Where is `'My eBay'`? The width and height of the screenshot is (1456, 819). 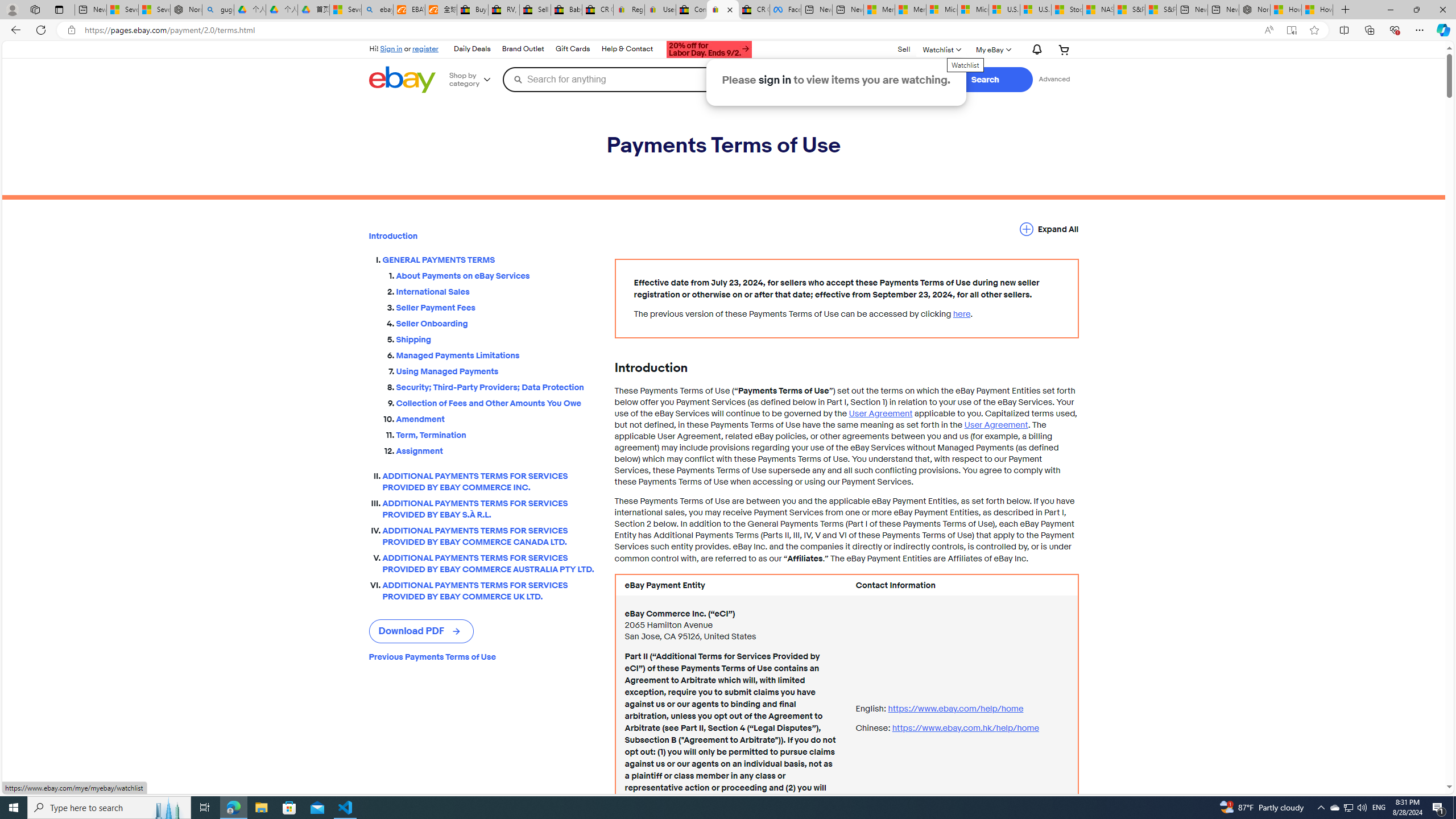 'My eBay' is located at coordinates (992, 49).